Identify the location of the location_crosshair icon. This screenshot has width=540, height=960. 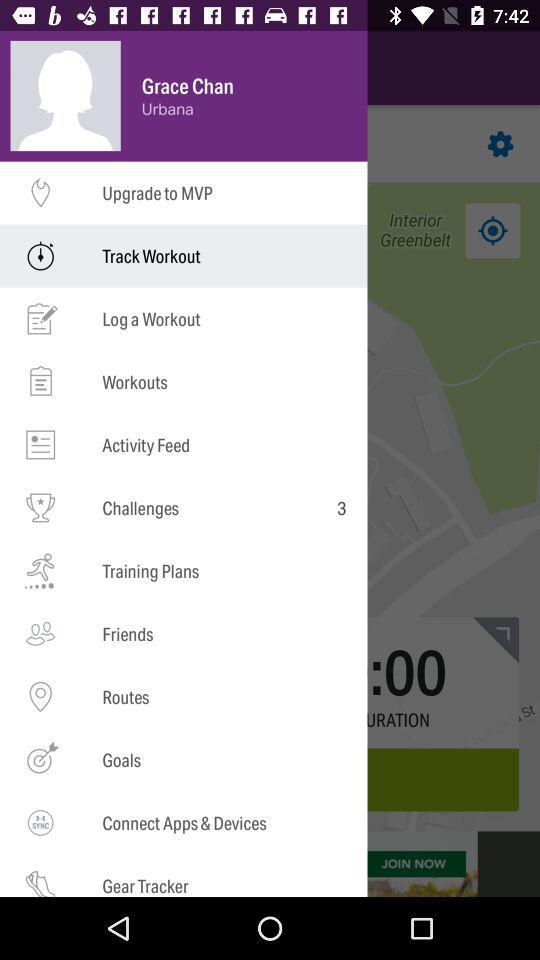
(47, 230).